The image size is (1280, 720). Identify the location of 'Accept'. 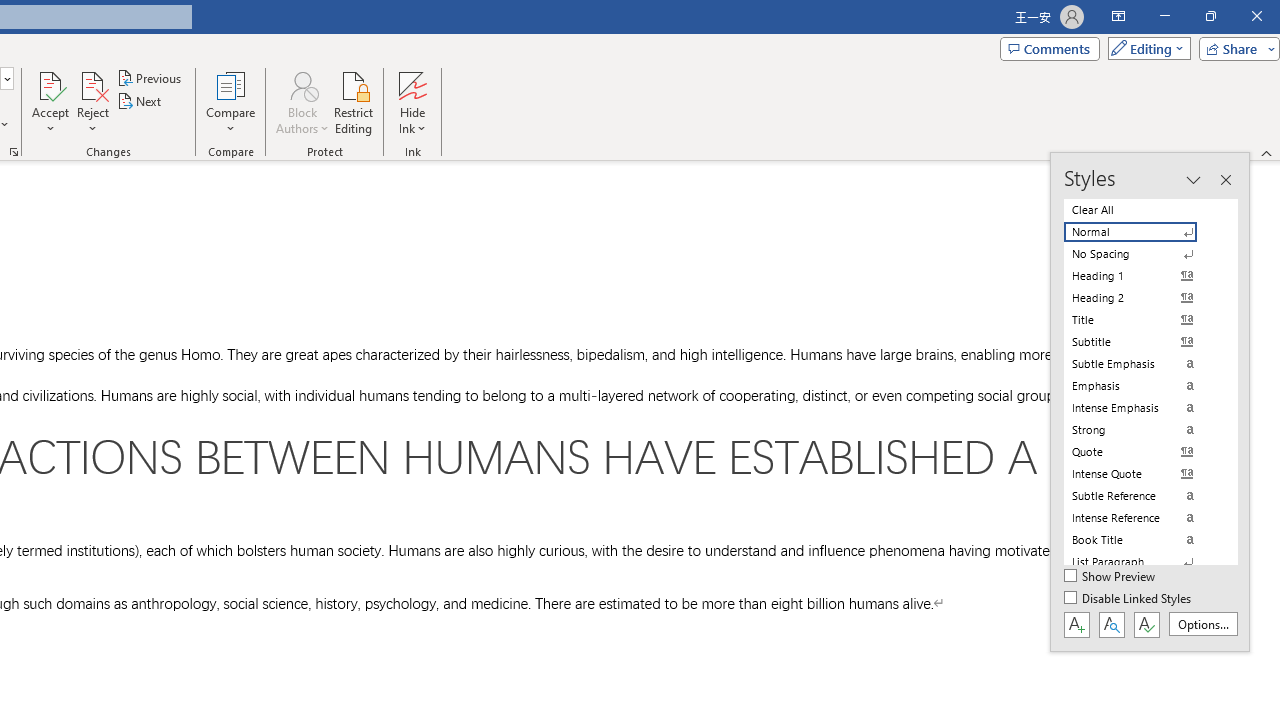
(50, 103).